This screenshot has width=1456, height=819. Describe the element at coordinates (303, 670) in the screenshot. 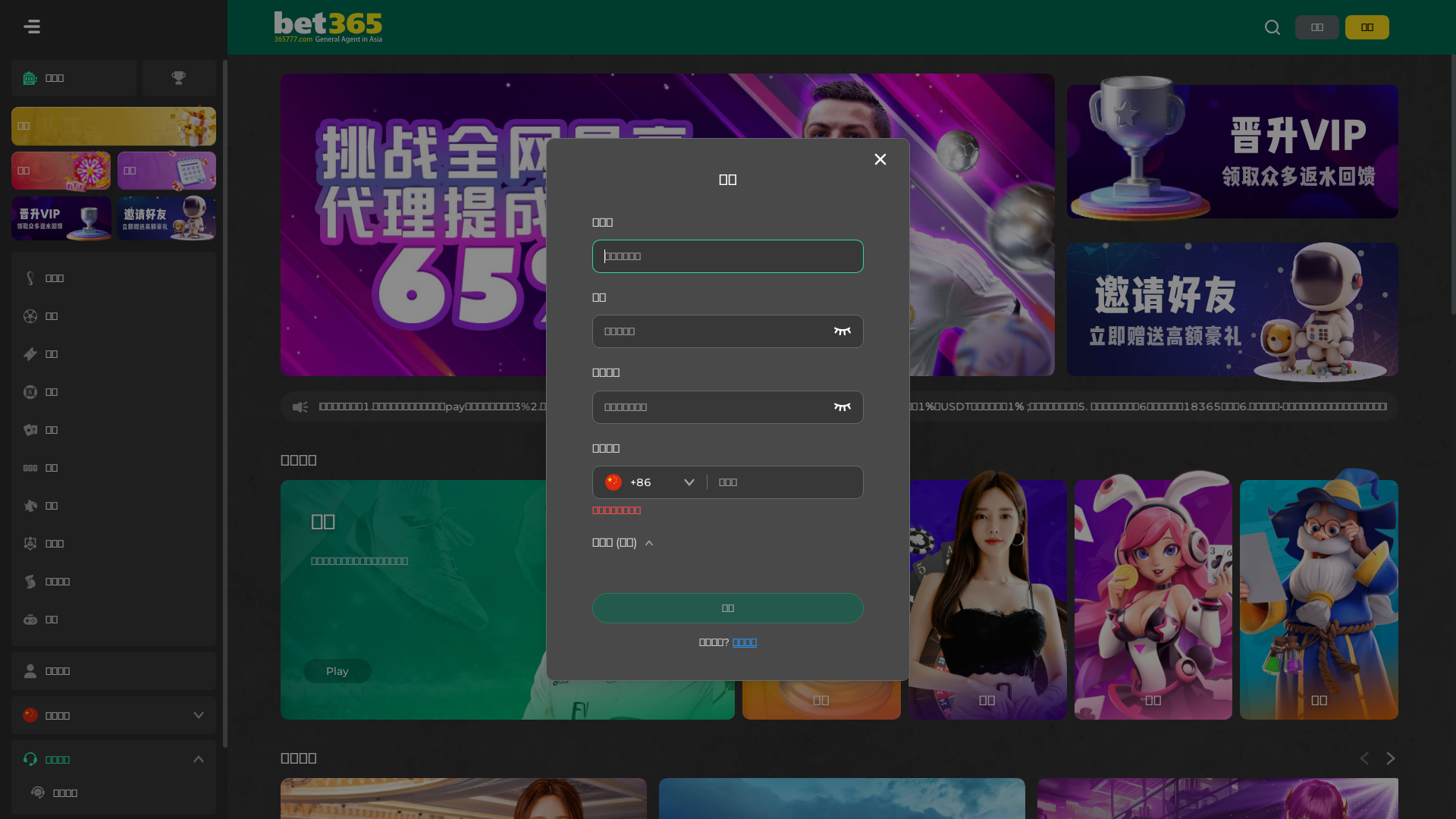

I see `'Play'` at that location.